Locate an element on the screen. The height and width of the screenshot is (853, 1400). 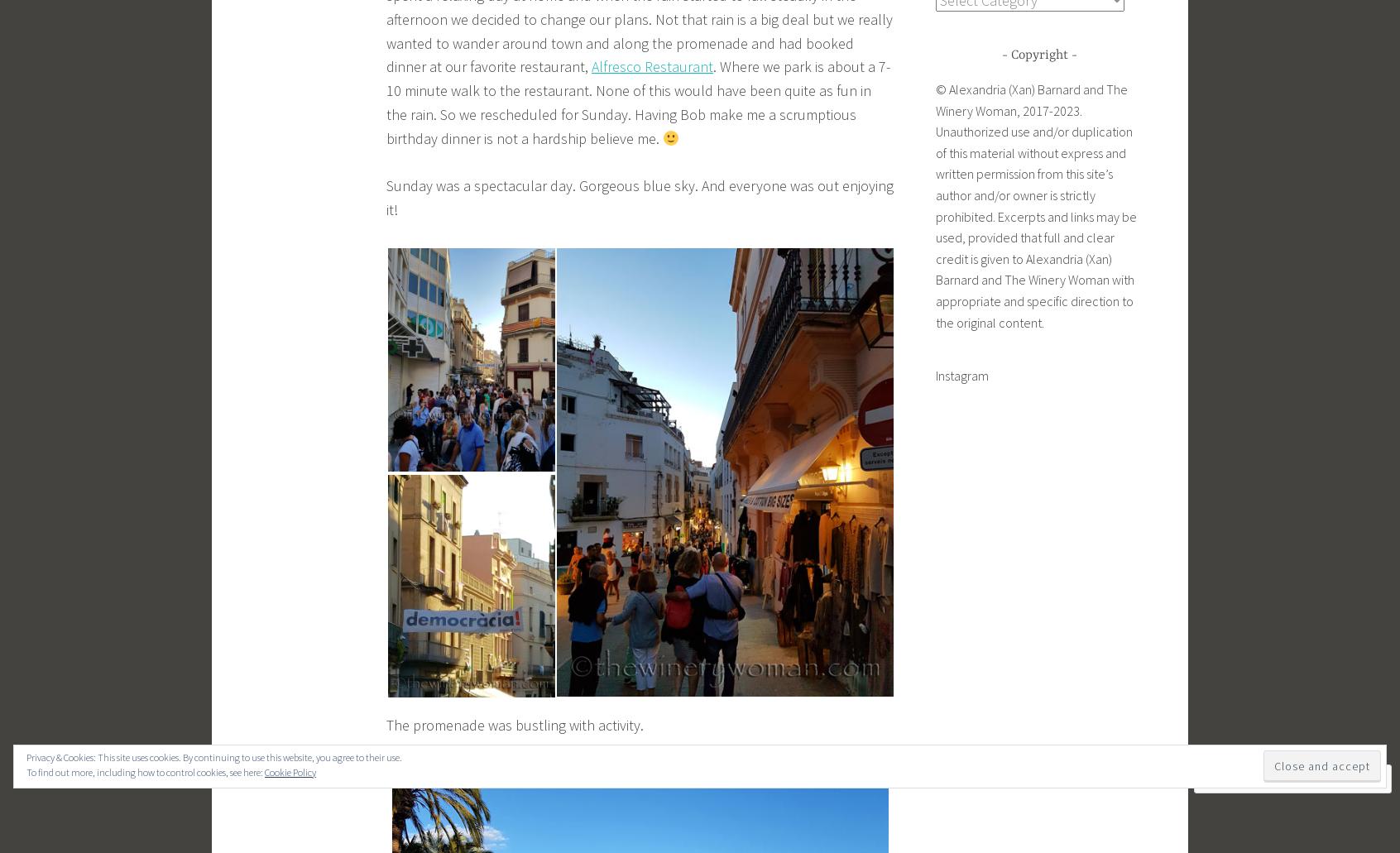
'Instagram' is located at coordinates (961, 375).